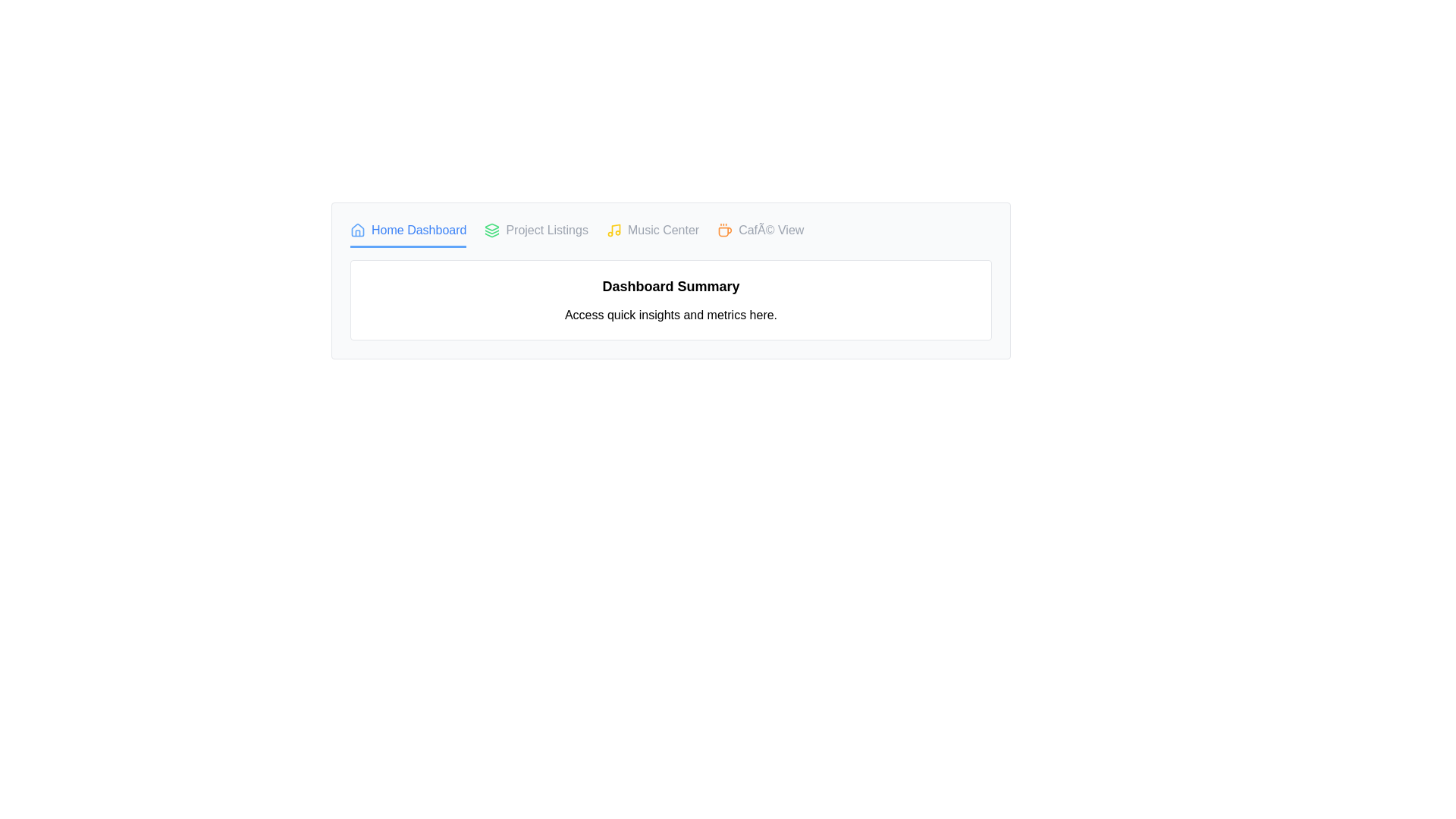  I want to click on the 'Music Center' label located in the navigation bar, positioned between 'Project Listings' and 'Café View', so click(663, 231).